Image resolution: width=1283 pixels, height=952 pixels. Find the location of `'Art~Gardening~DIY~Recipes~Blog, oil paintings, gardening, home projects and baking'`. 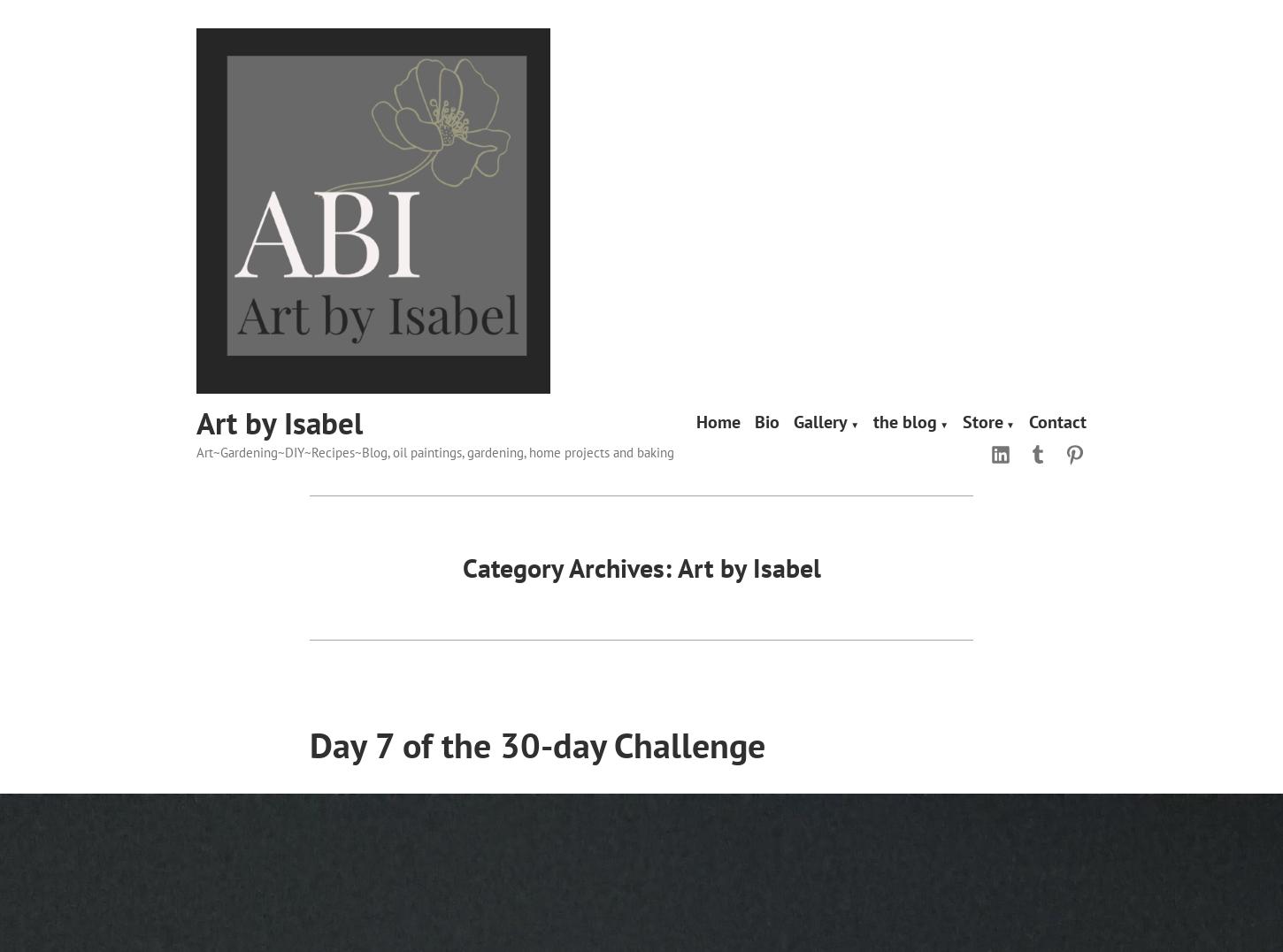

'Art~Gardening~DIY~Recipes~Blog, oil paintings, gardening, home projects and baking' is located at coordinates (434, 451).